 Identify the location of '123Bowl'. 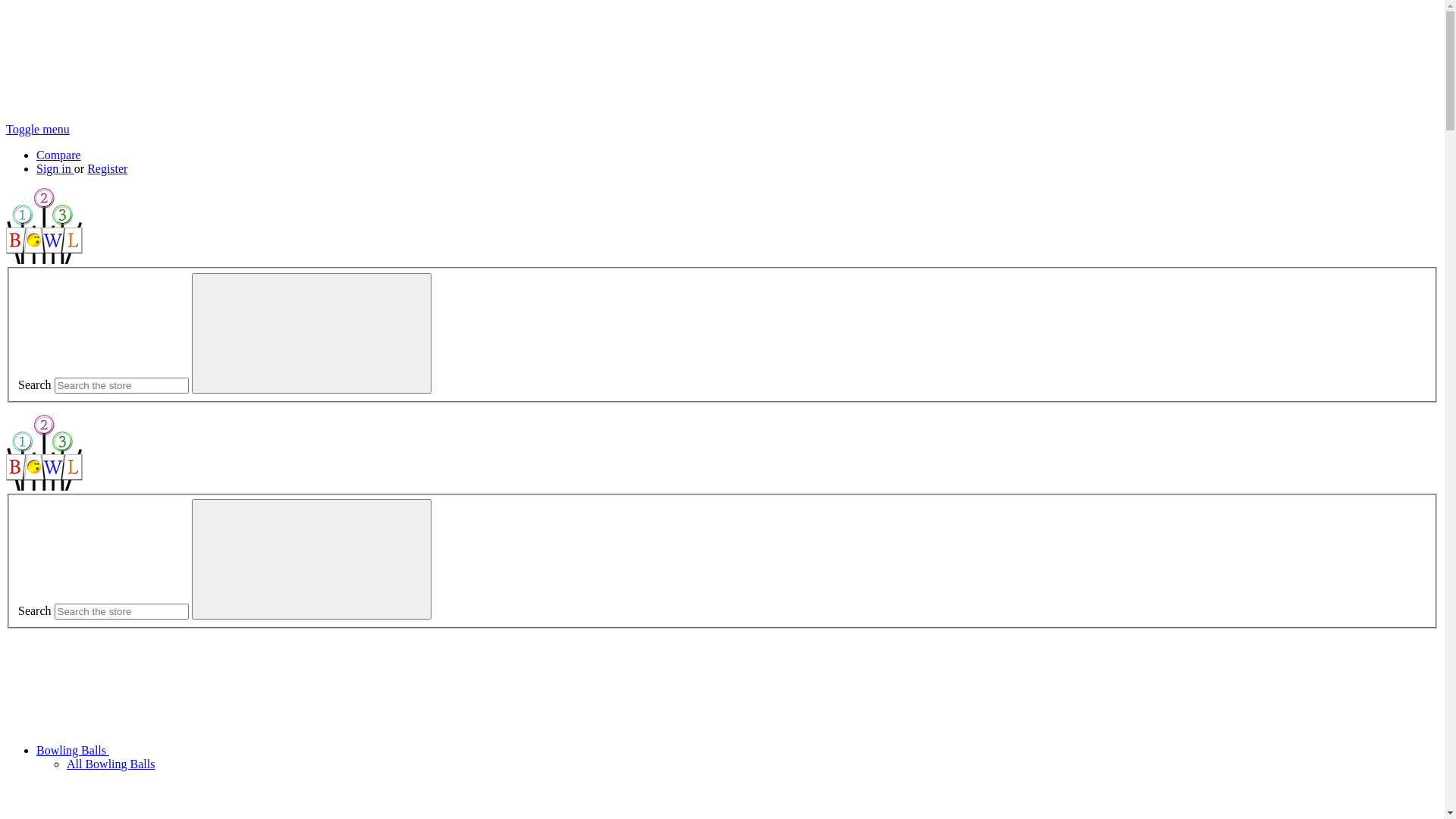
(44, 225).